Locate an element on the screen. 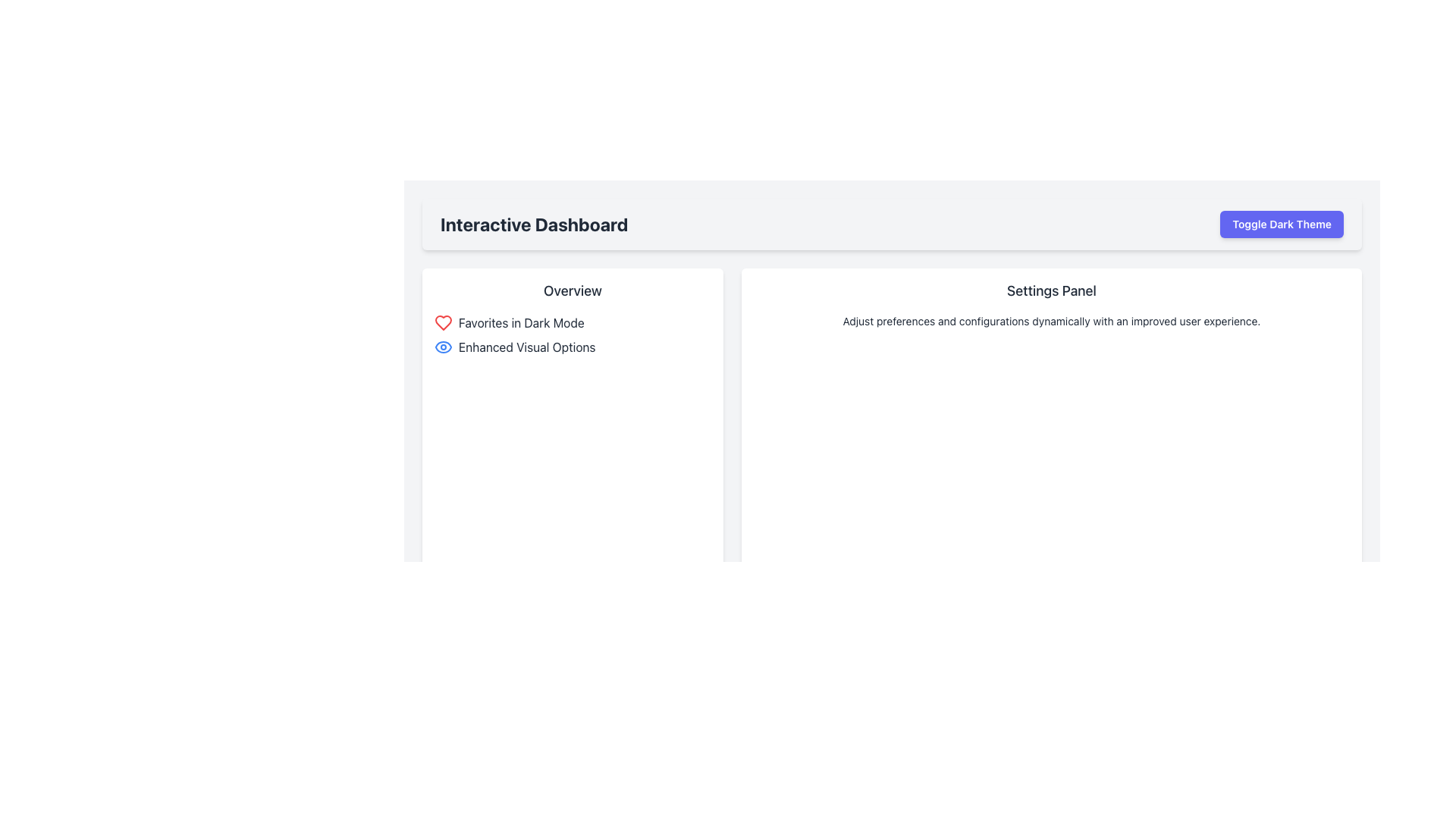 This screenshot has width=1456, height=819. the grouped textual and graphical element labeled 'Favorites in Dark Mode' and 'Enhanced Visual Options' located in the 'Overview' section of the left panel is located at coordinates (572, 334).